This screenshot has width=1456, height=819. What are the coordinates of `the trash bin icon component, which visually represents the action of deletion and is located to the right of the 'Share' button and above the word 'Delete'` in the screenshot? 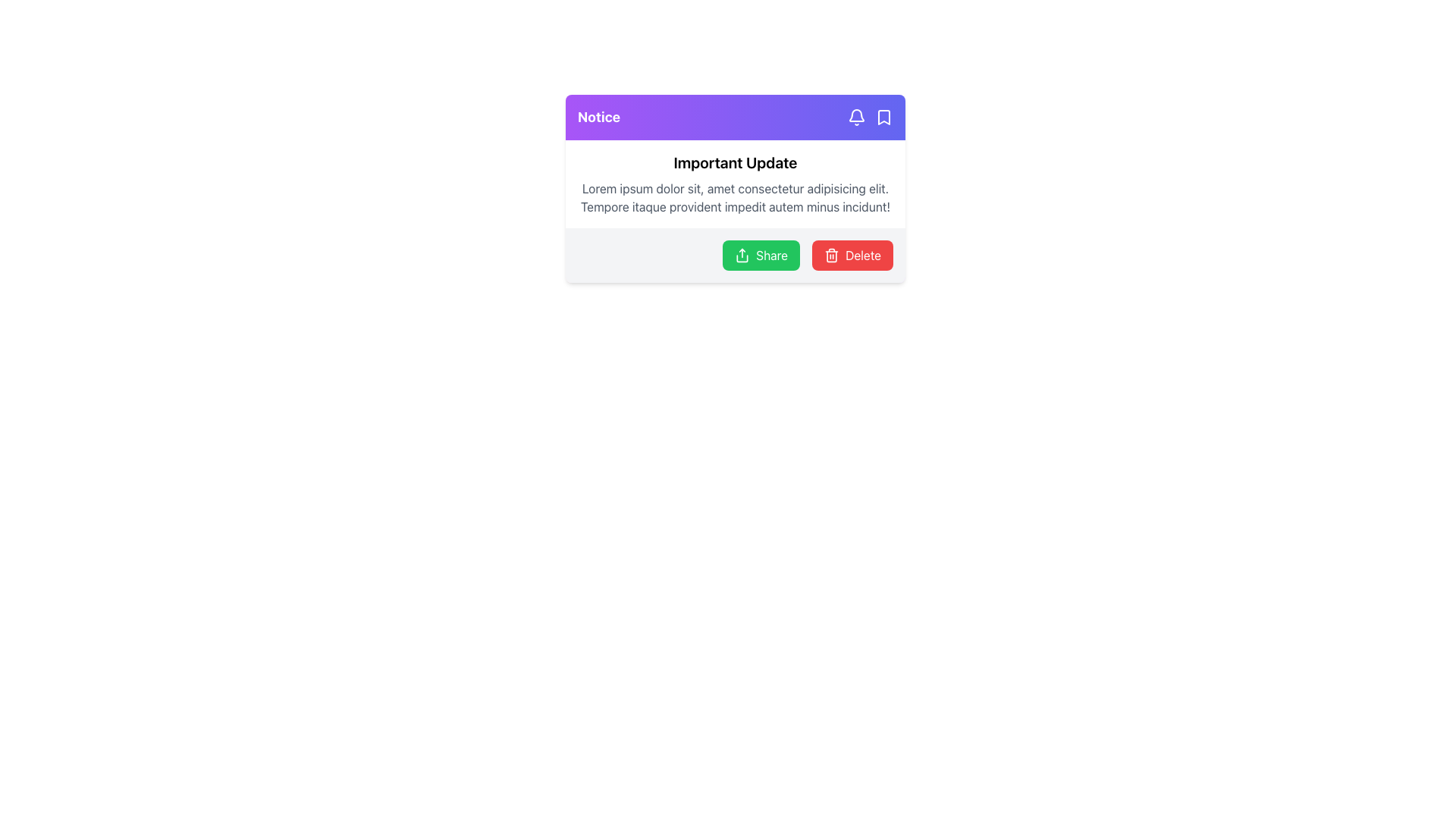 It's located at (831, 256).